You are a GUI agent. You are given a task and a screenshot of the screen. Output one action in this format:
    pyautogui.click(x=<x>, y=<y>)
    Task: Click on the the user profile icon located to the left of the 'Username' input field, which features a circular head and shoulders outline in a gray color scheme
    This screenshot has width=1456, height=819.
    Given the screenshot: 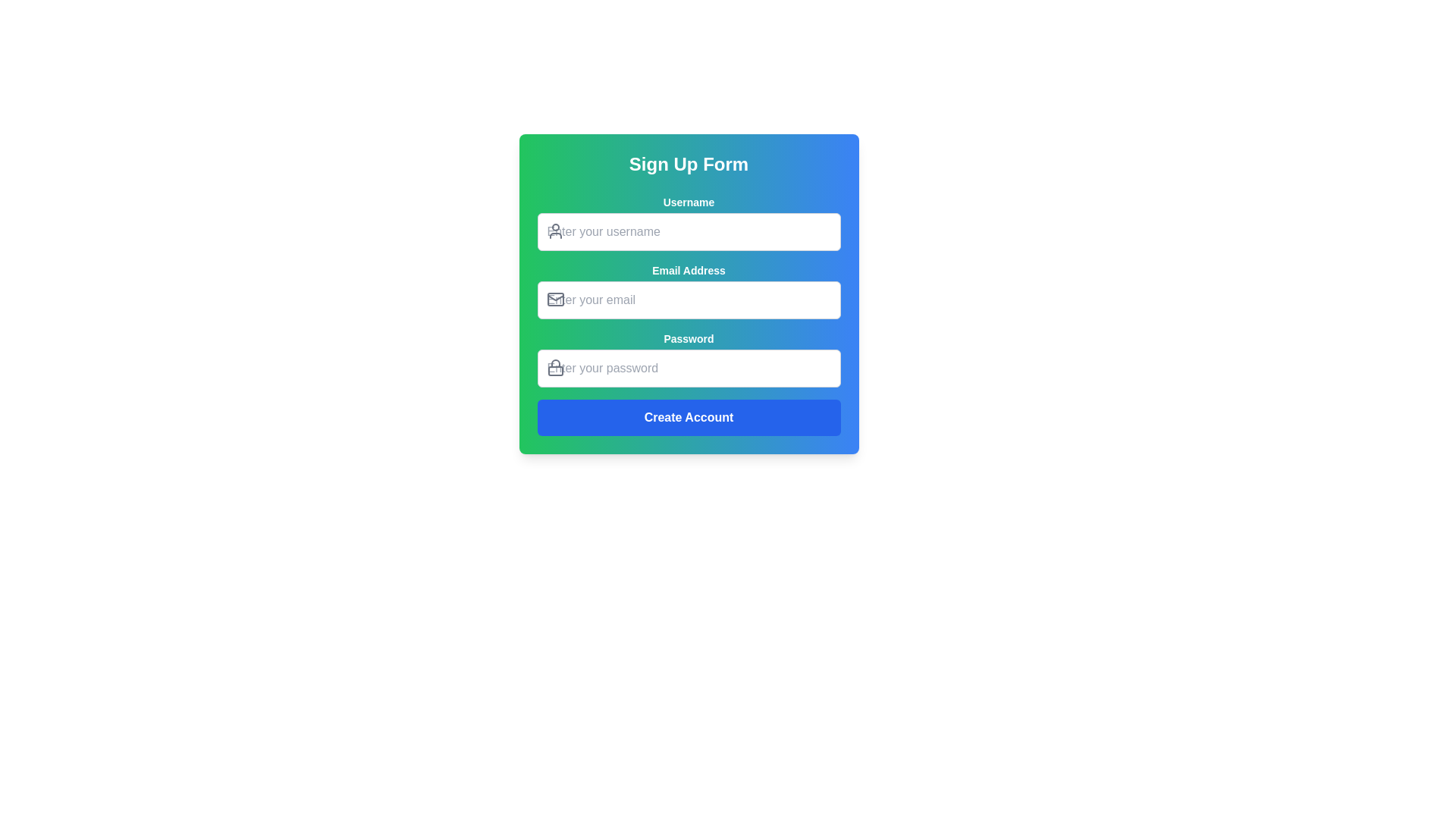 What is the action you would take?
    pyautogui.click(x=554, y=231)
    